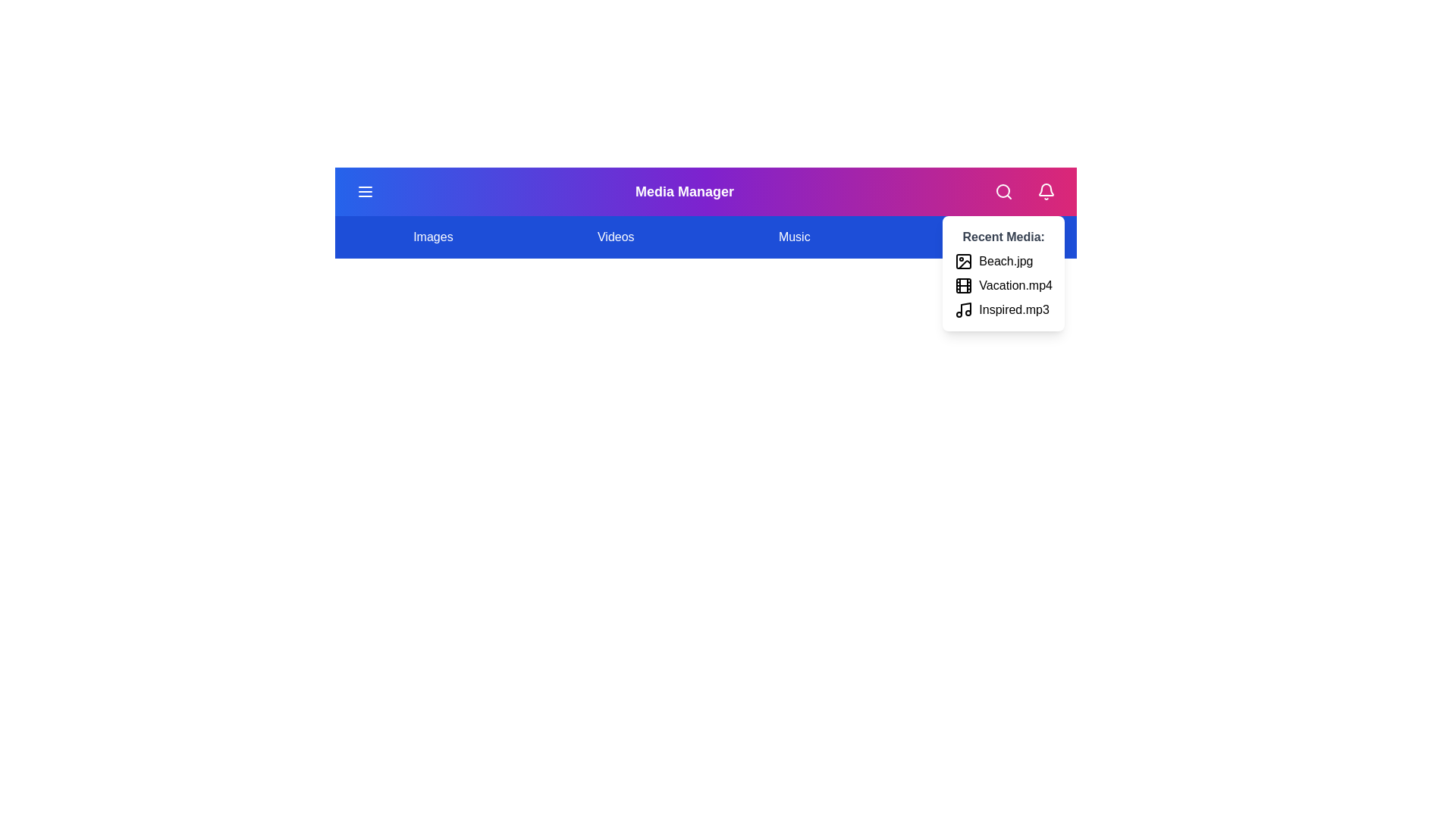  Describe the element at coordinates (1044, 191) in the screenshot. I see `the bell button in the header` at that location.